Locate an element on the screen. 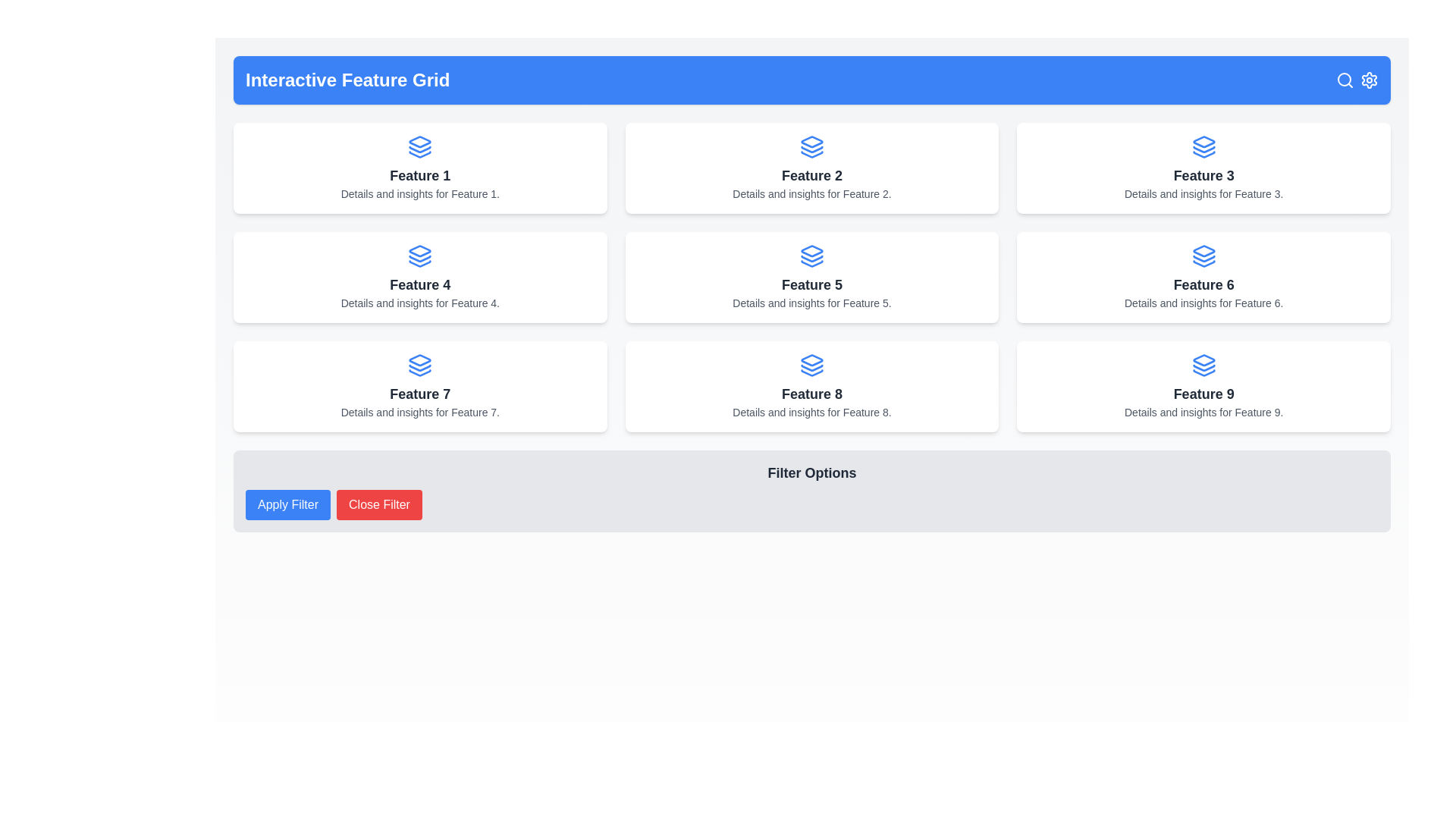 Image resolution: width=1456 pixels, height=819 pixels. the Feature card titled 'Feature 6' which is located in the second row, third column of the grid layout, identifiable by its blue icon and description text is located at coordinates (1203, 278).